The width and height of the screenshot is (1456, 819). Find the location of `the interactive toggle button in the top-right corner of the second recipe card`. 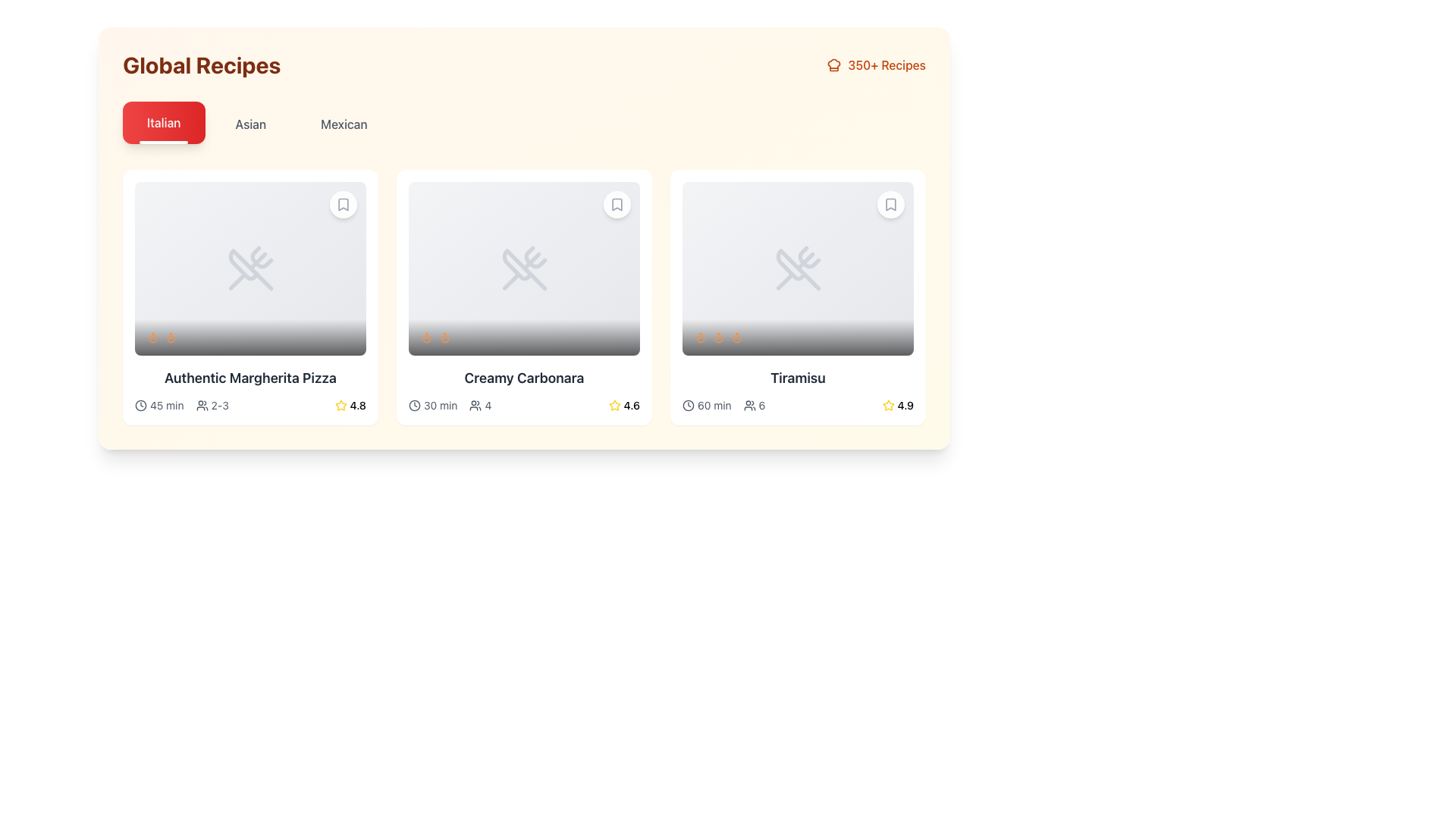

the interactive toggle button in the top-right corner of the second recipe card is located at coordinates (617, 205).